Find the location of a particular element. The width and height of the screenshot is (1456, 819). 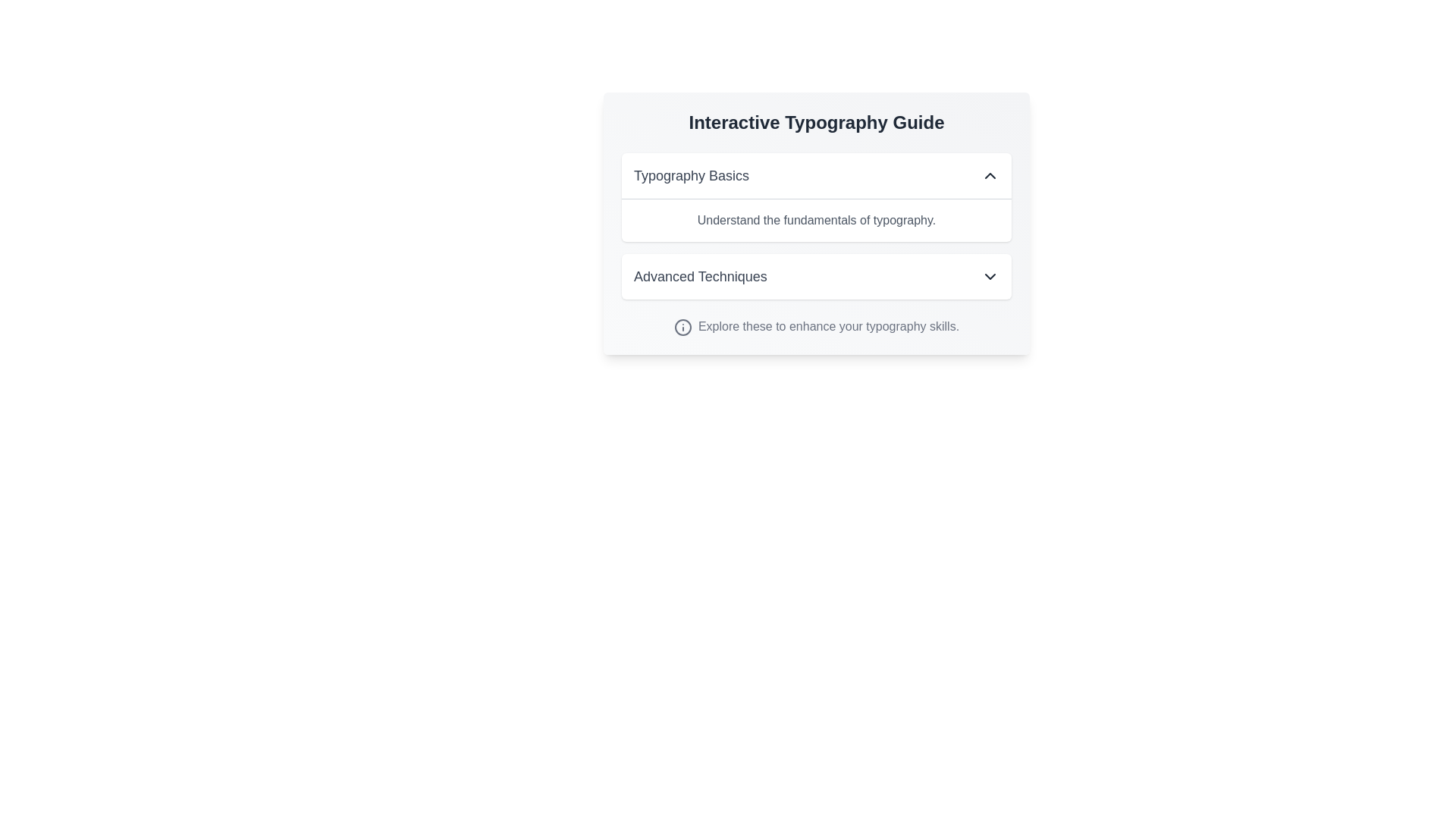

the text block displaying the title 'Interactive Typography Guide', which is bold and centered, located above the sections 'Typography Basics' and 'Advanced Techniques' is located at coordinates (815, 122).